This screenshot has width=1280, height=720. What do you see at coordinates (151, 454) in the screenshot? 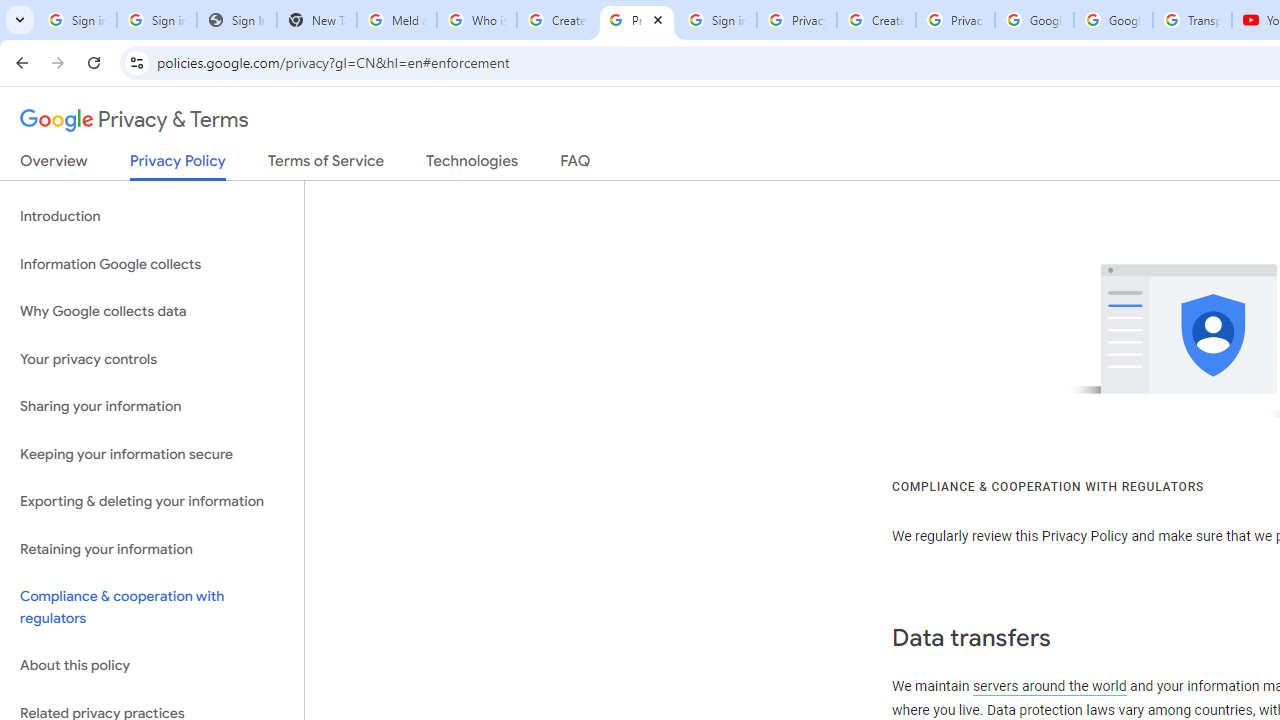
I see `'Keeping your information secure'` at bounding box center [151, 454].